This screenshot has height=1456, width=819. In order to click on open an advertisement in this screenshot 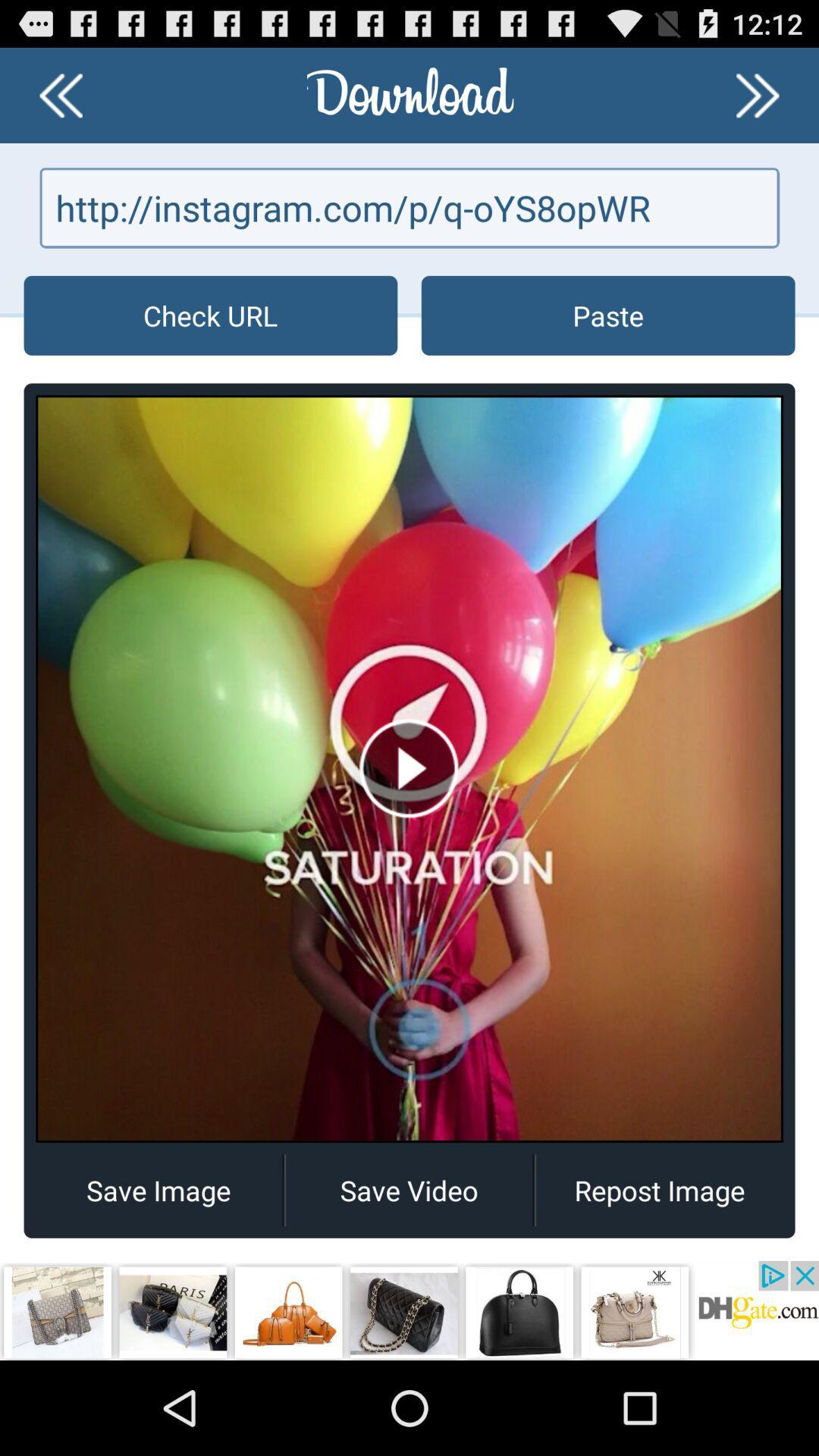, I will do `click(409, 1310)`.